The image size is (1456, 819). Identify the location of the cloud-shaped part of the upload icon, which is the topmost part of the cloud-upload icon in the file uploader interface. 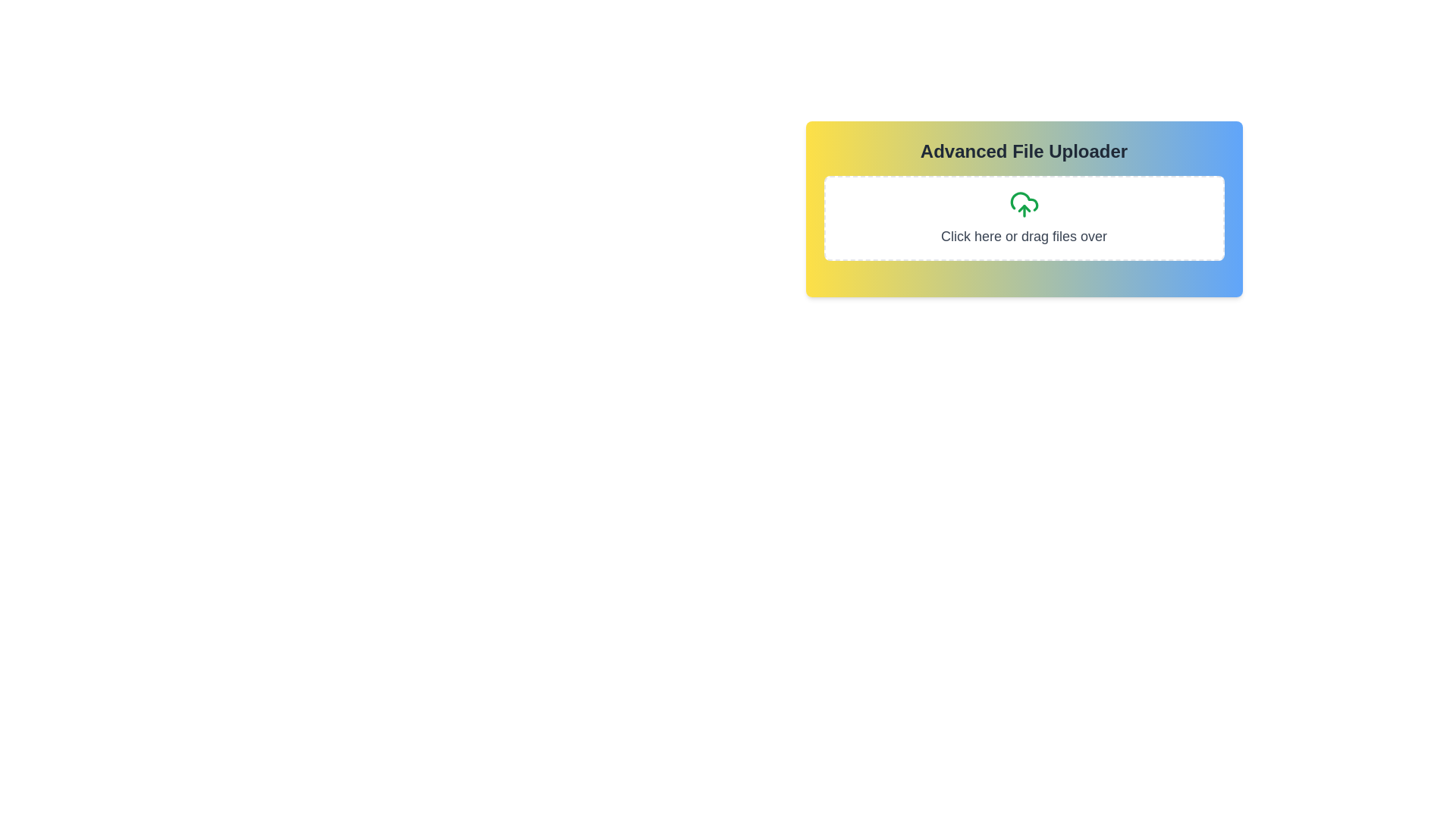
(1024, 201).